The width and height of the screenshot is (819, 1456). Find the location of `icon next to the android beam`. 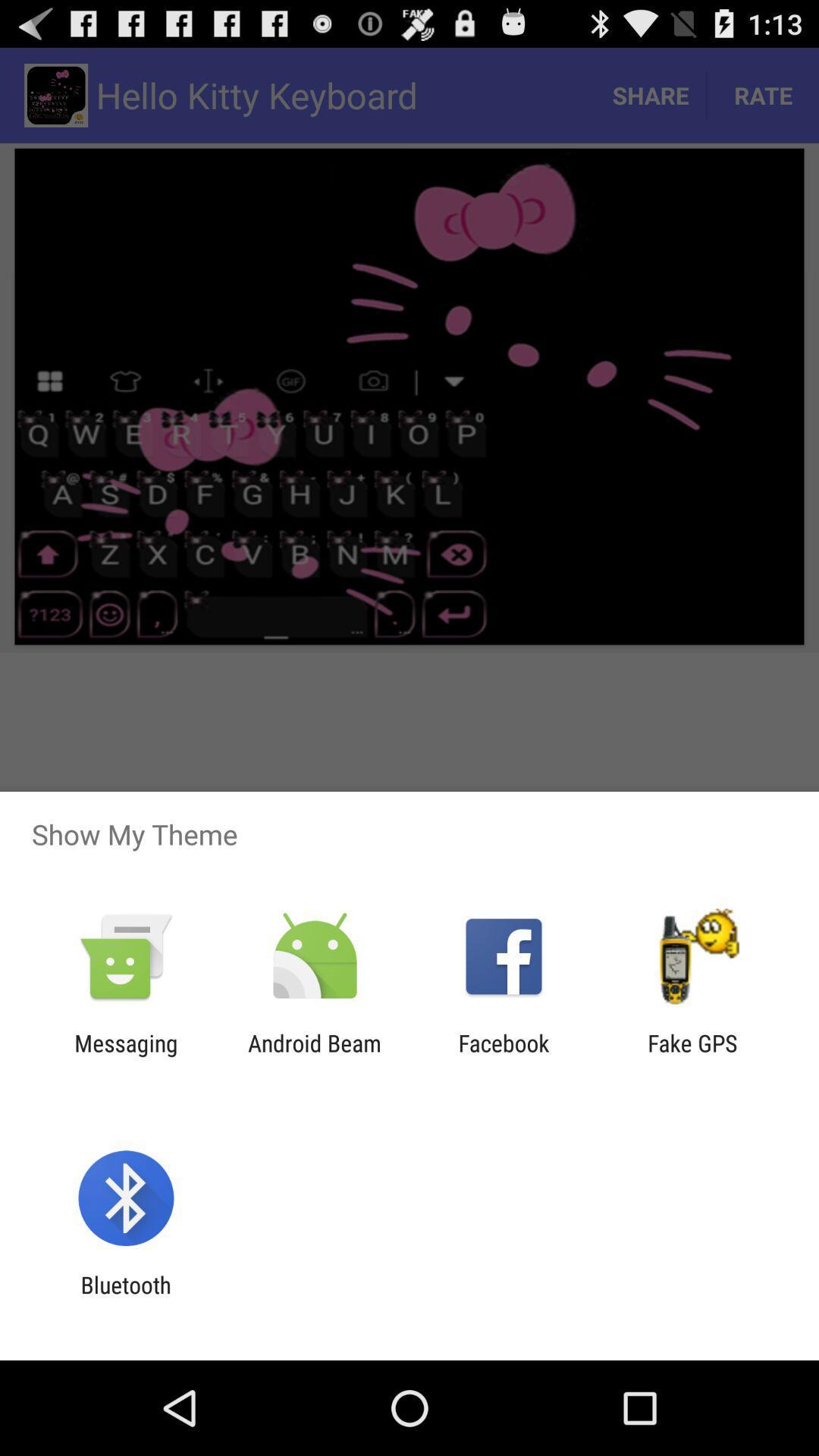

icon next to the android beam is located at coordinates (125, 1056).